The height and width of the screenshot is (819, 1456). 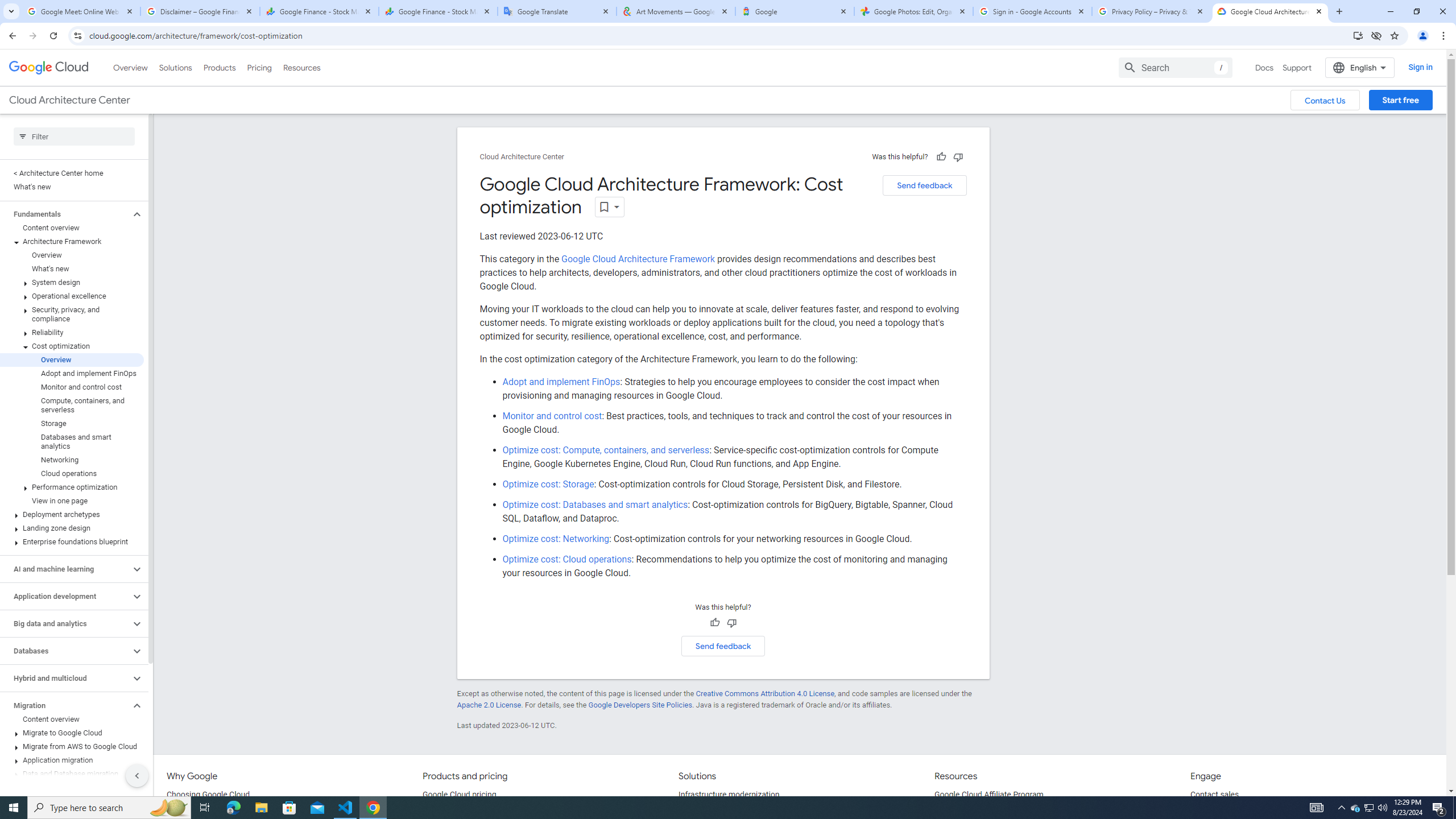 What do you see at coordinates (556, 11) in the screenshot?
I see `'Google Translate'` at bounding box center [556, 11].